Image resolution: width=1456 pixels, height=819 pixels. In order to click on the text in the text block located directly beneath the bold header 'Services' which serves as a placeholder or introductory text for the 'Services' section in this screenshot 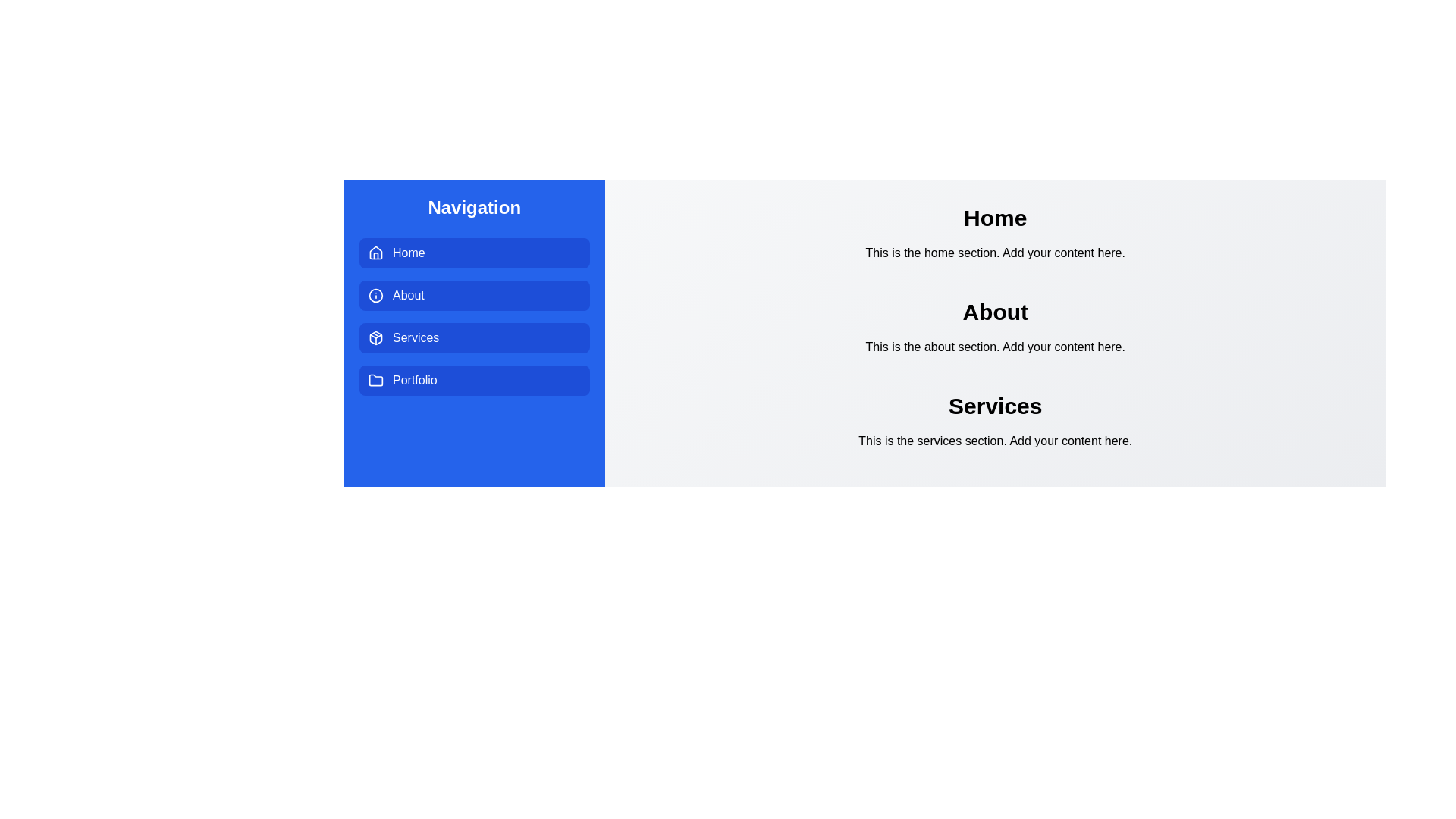, I will do `click(995, 441)`.